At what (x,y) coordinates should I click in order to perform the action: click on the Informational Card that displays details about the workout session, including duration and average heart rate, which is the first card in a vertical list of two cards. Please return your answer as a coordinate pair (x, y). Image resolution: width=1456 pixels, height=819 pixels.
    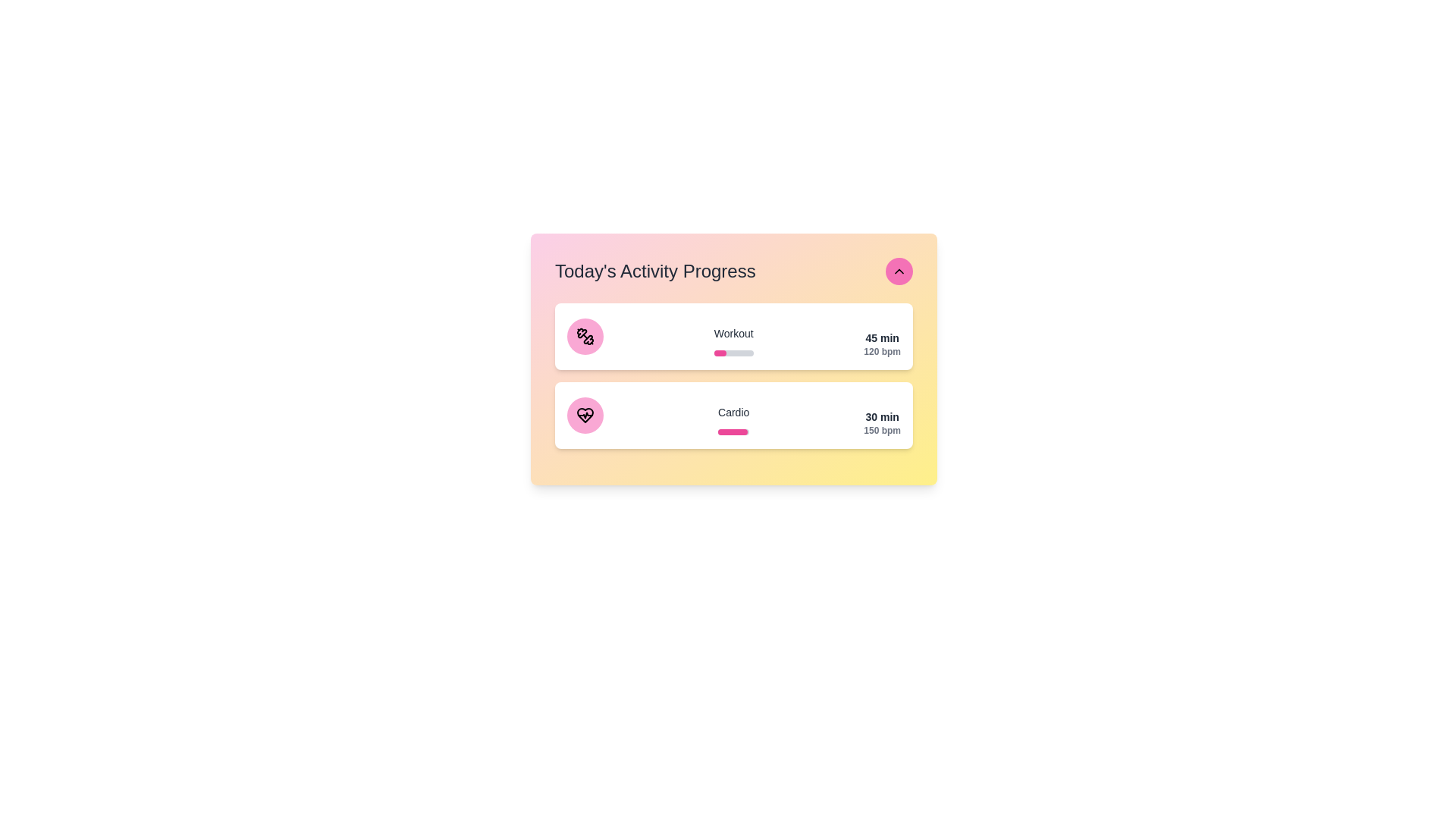
    Looking at the image, I should click on (734, 335).